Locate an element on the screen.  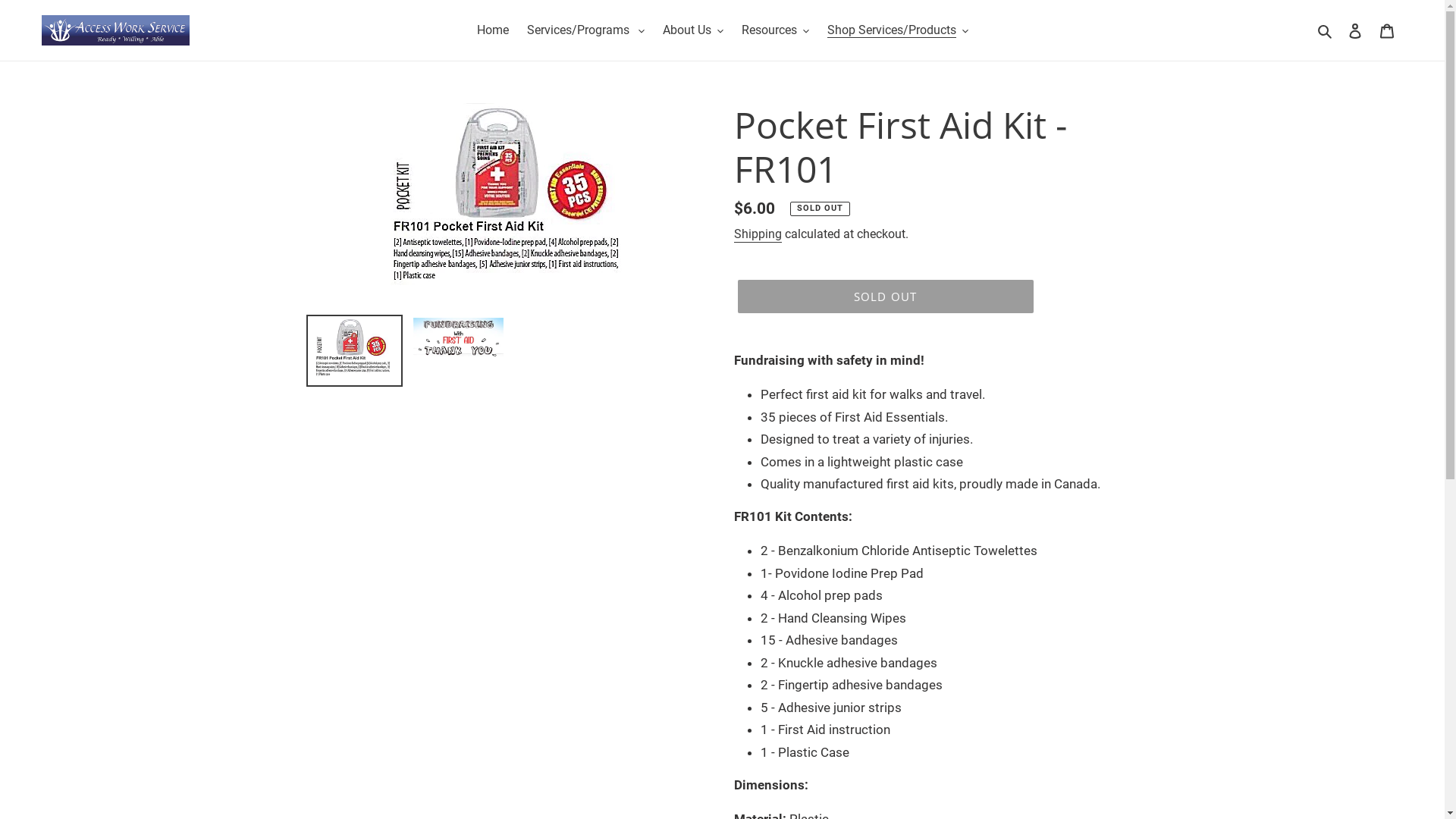
'Shipping' is located at coordinates (734, 234).